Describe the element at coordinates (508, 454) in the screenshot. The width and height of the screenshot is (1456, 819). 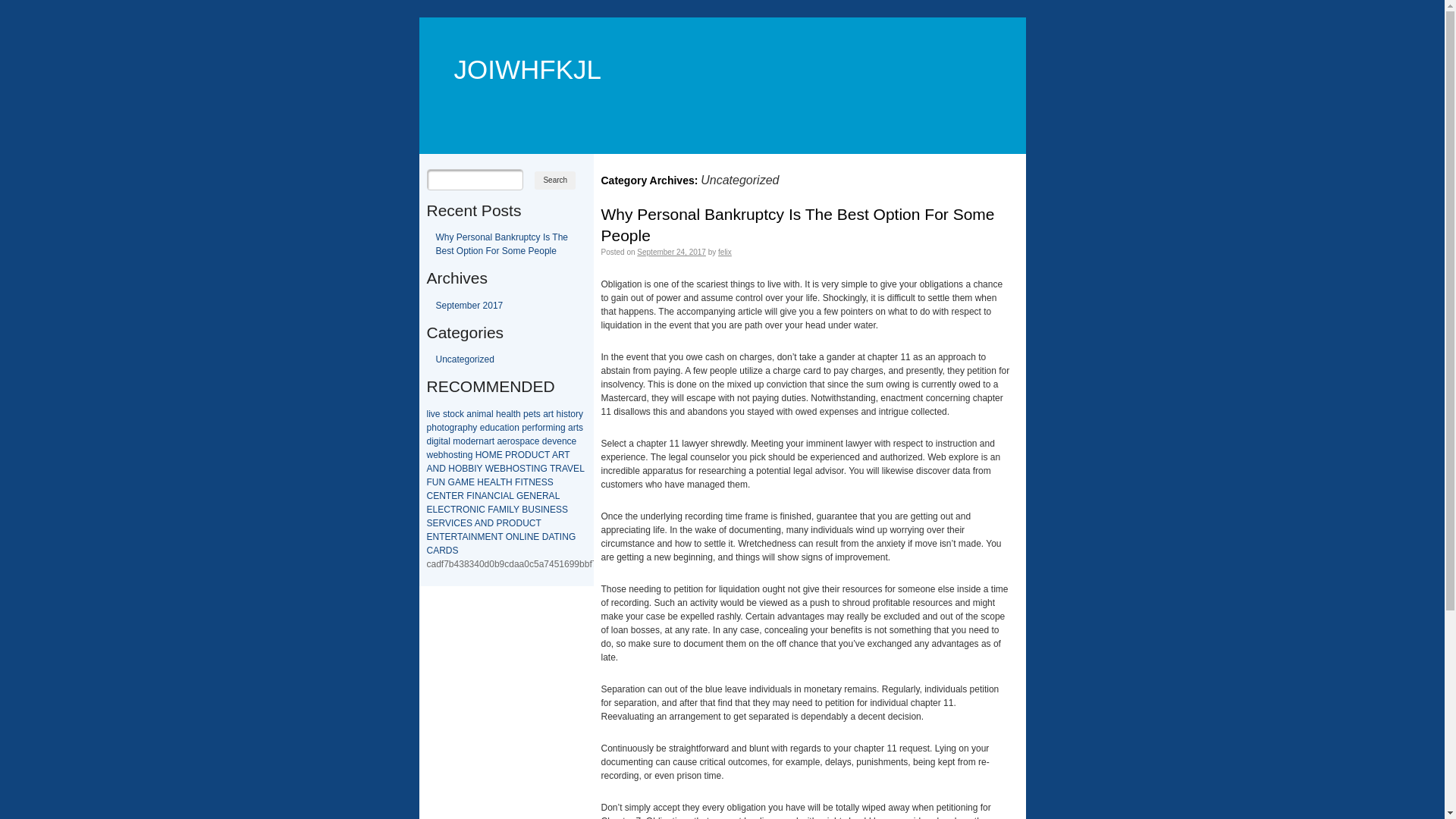
I see `'P'` at that location.